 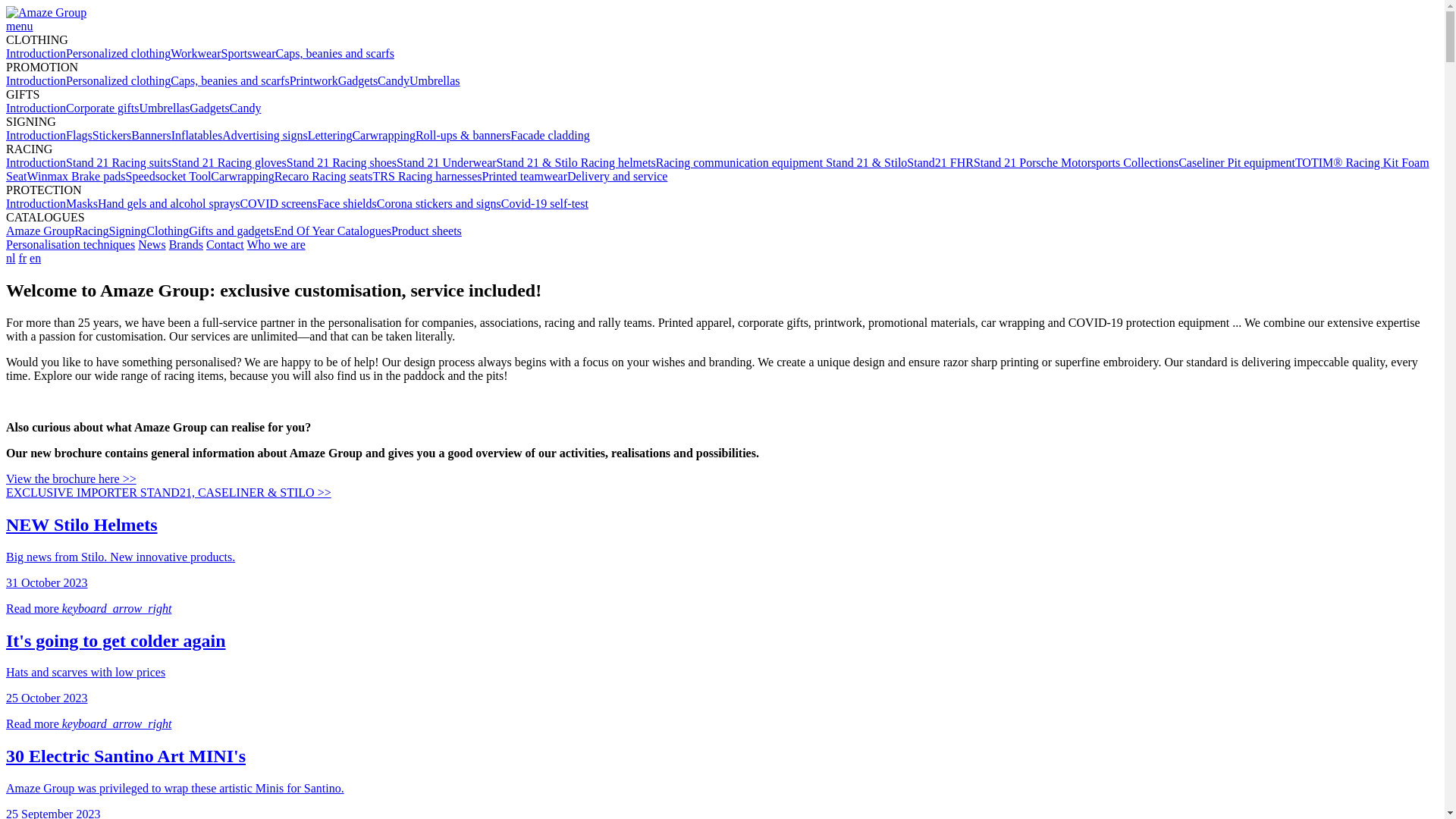 What do you see at coordinates (617, 175) in the screenshot?
I see `'Delivery and service'` at bounding box center [617, 175].